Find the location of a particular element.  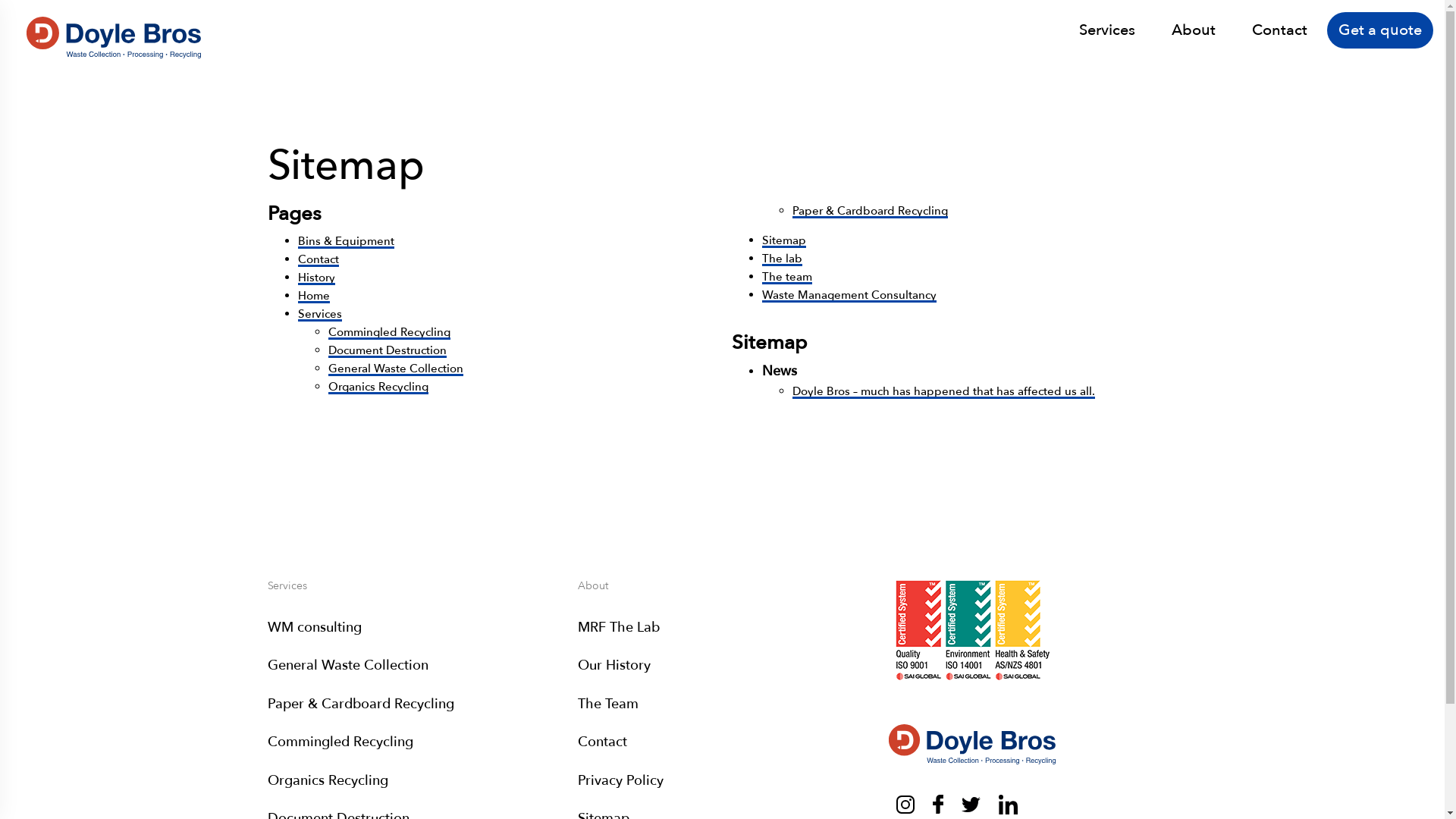

'WM consulting' is located at coordinates (312, 627).